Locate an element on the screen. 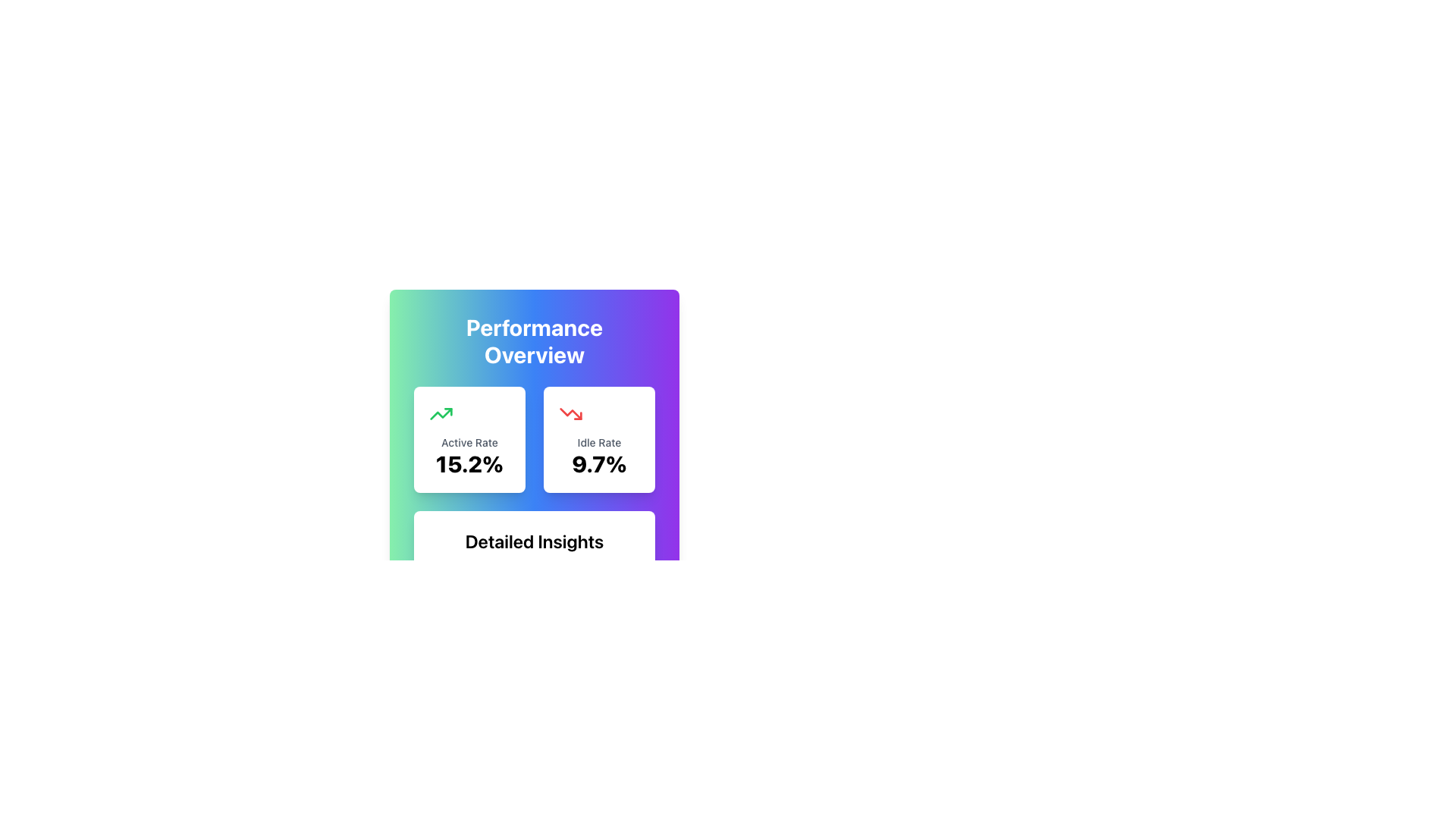  the numeric value label indicating the idle rate percentage in the 'Performance Overview' section, positioned beneath the 'Idle Rate' label and near a downward trend icon is located at coordinates (598, 463).